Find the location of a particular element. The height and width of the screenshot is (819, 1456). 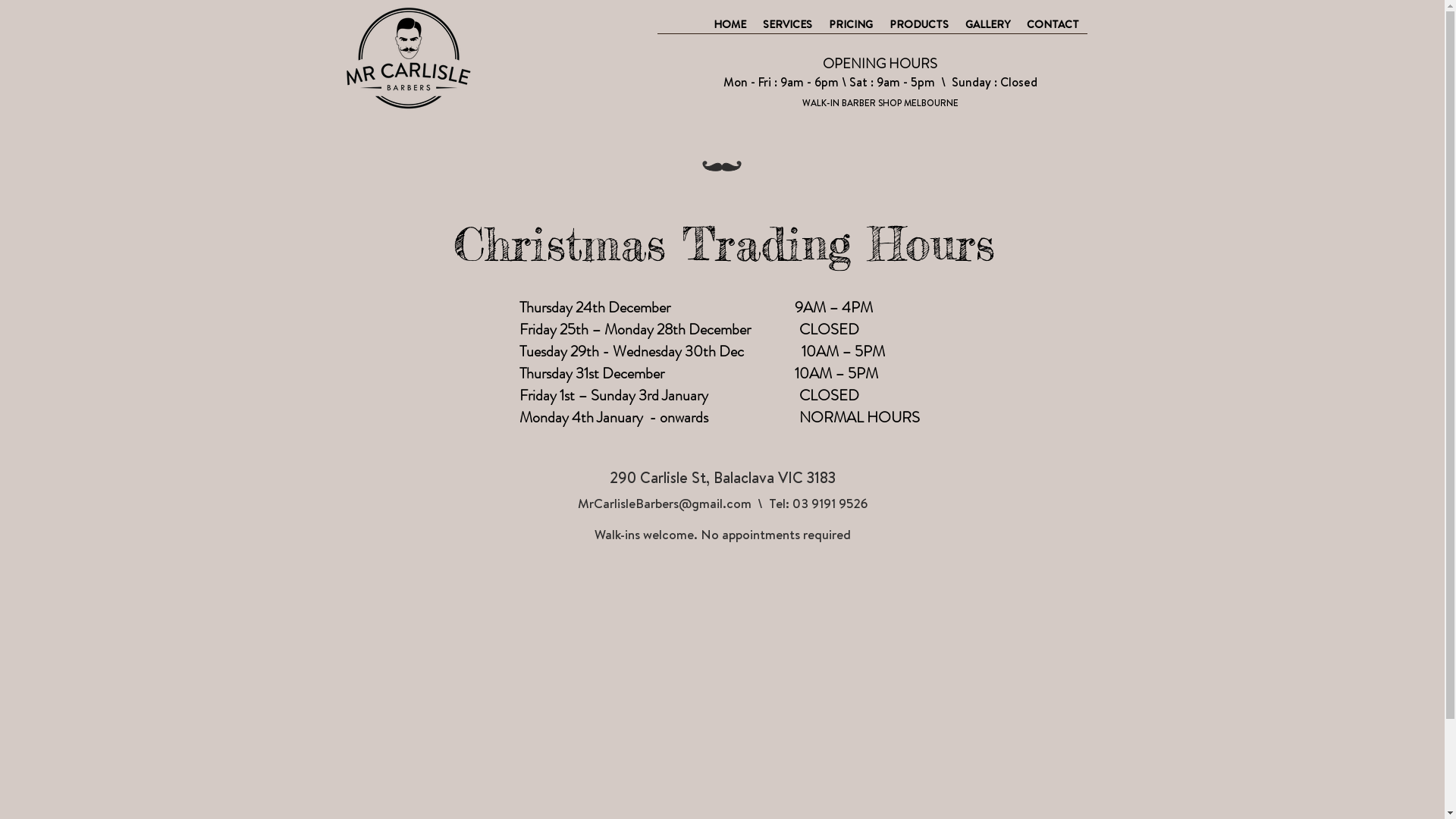

'Google Maps' is located at coordinates (726, 683).